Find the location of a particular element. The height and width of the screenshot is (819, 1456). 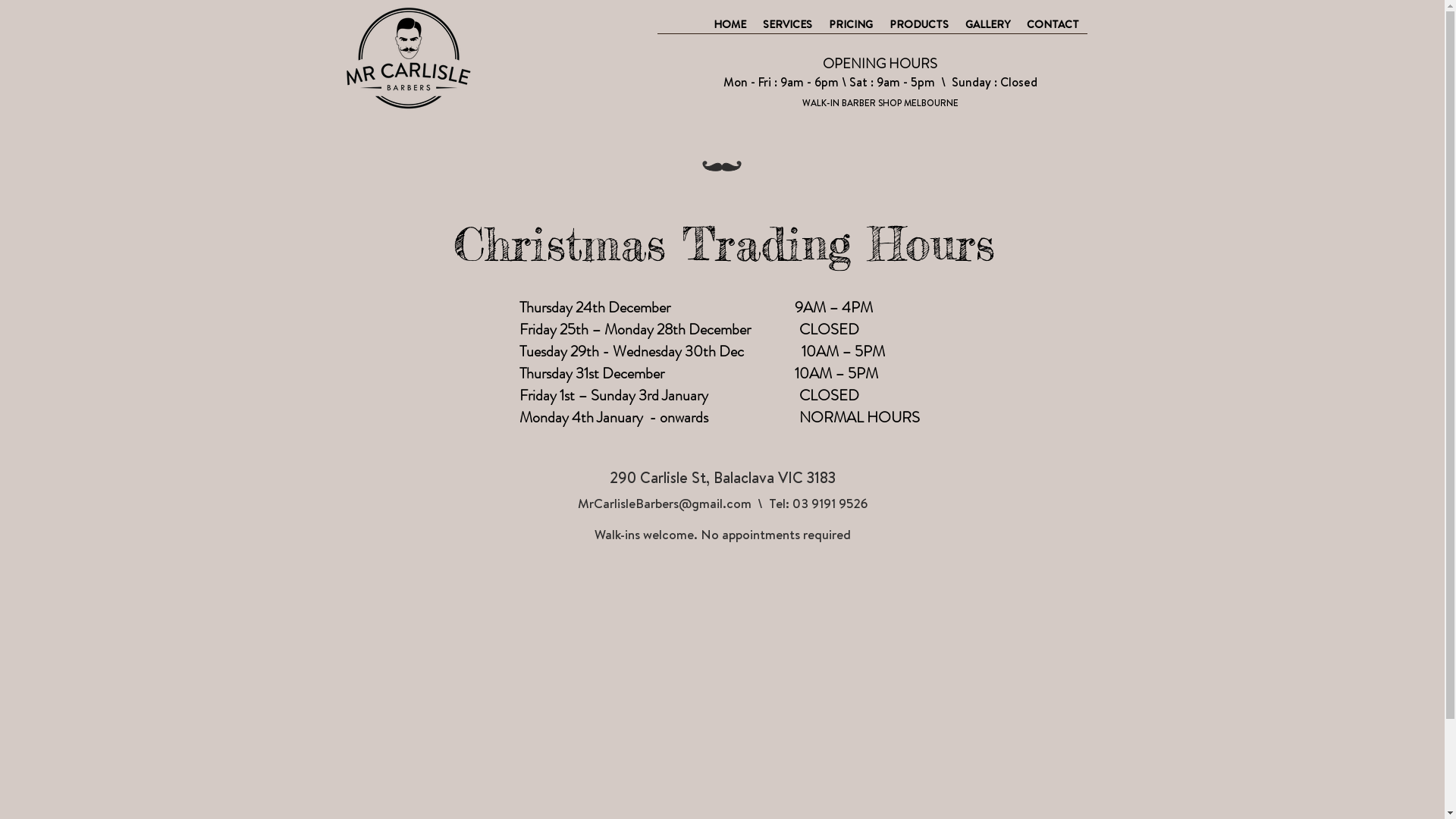

'Google Maps' is located at coordinates (726, 683).